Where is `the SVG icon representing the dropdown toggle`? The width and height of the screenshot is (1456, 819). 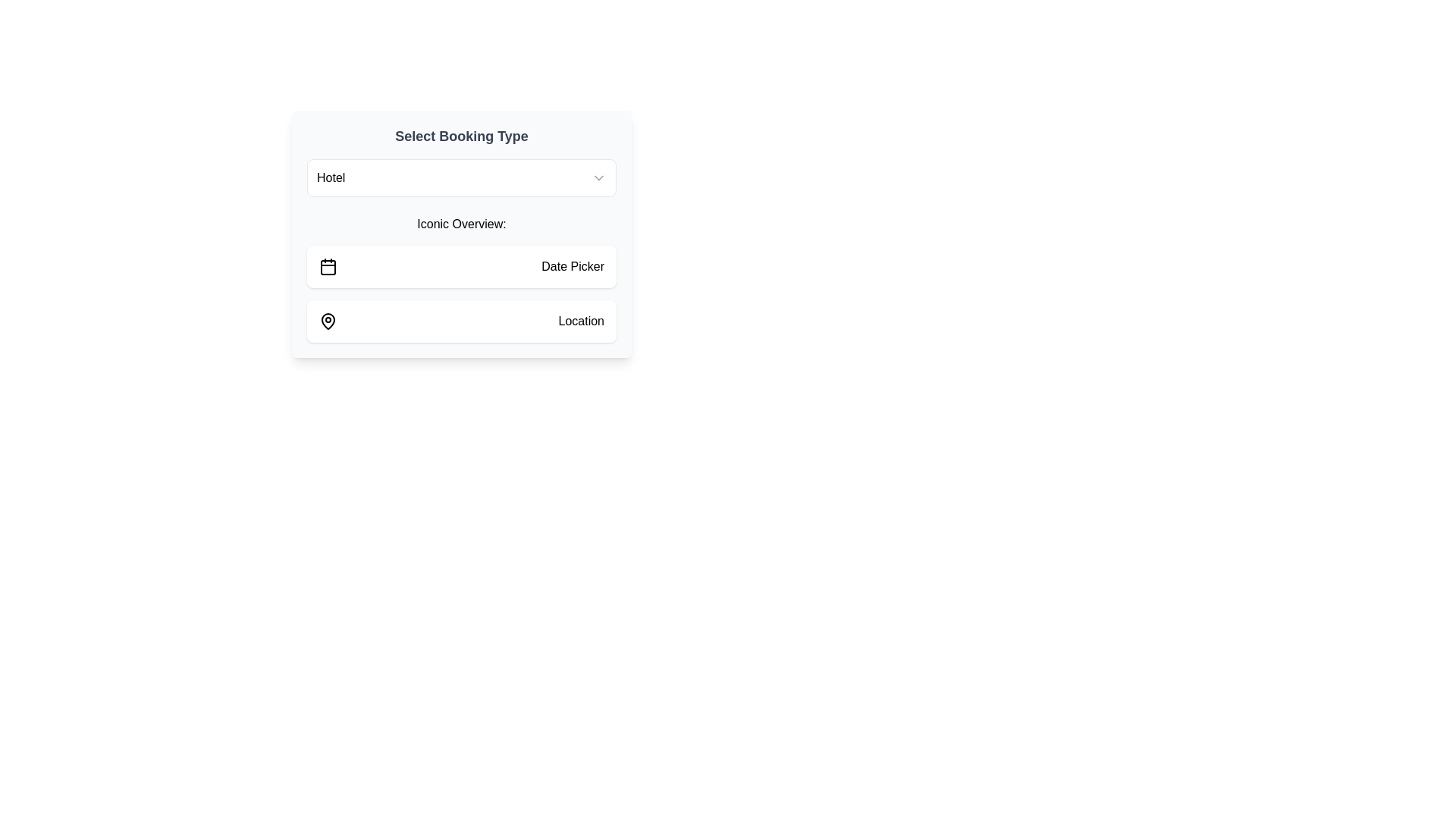 the SVG icon representing the dropdown toggle is located at coordinates (598, 177).